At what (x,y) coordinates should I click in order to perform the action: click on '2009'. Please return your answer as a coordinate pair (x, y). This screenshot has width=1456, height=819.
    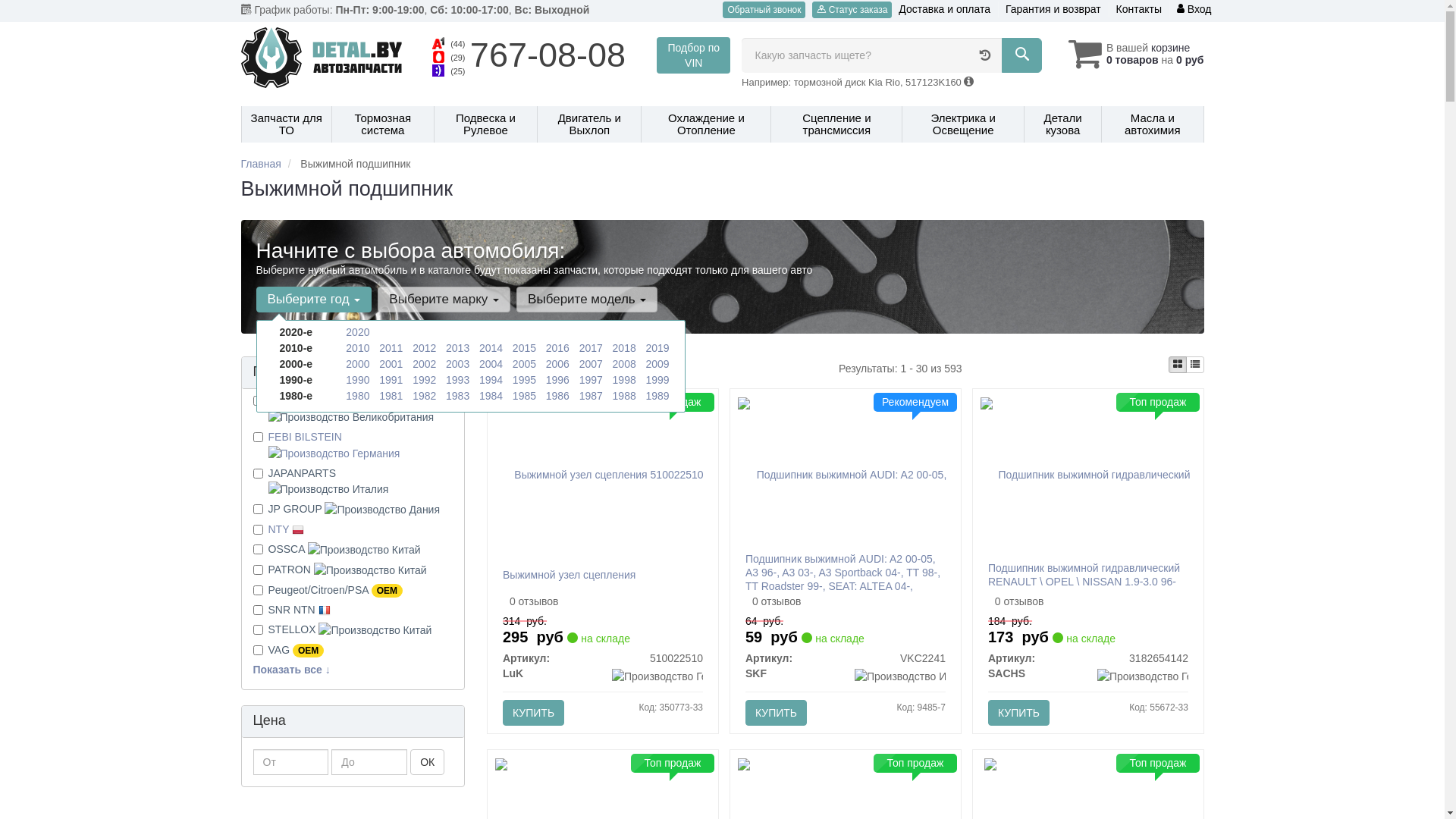
    Looking at the image, I should click on (657, 363).